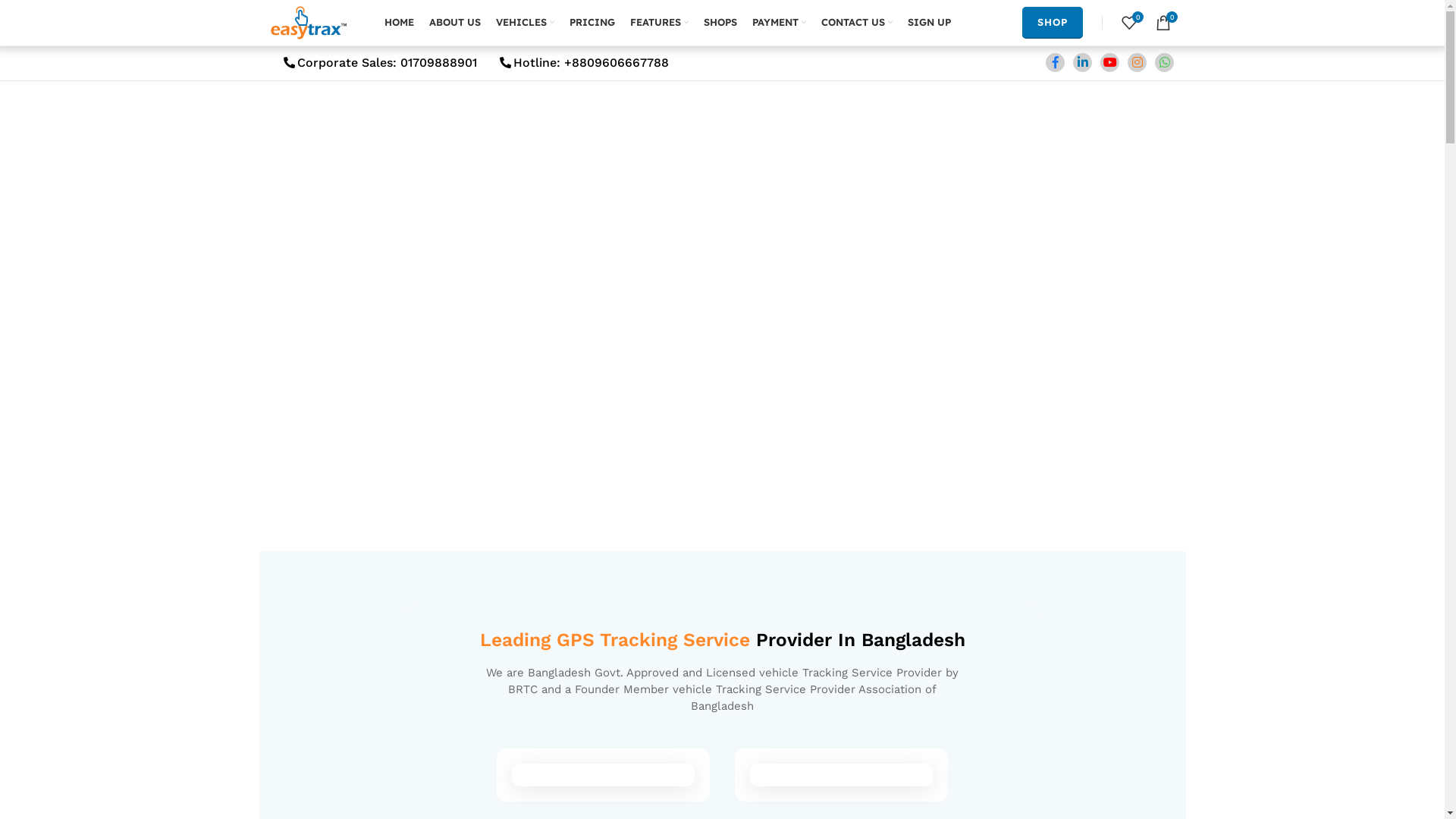 The width and height of the screenshot is (1456, 819). What do you see at coordinates (927, 23) in the screenshot?
I see `'SIGN UP'` at bounding box center [927, 23].